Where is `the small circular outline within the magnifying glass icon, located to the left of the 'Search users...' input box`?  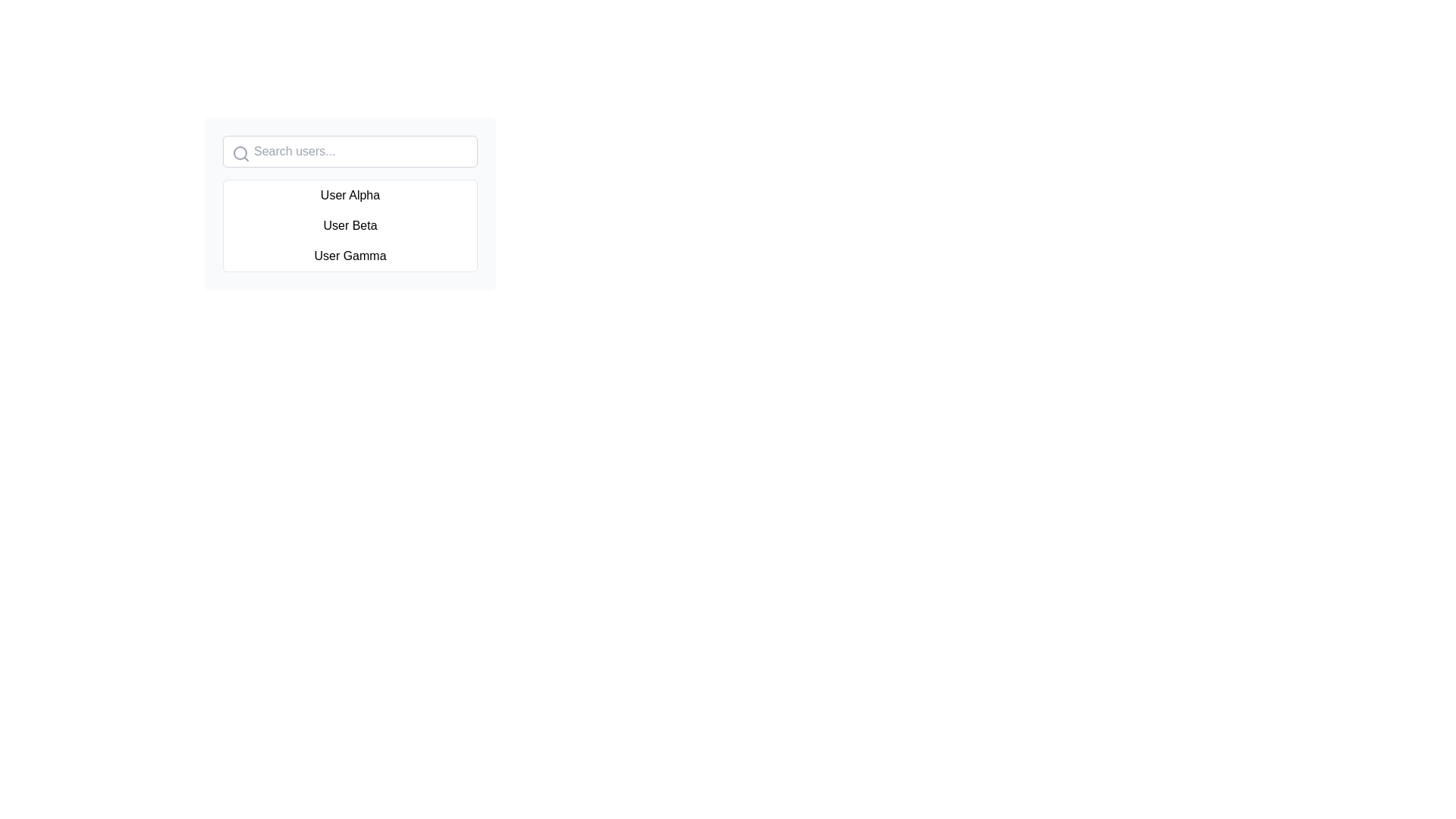 the small circular outline within the magnifying glass icon, located to the left of the 'Search users...' input box is located at coordinates (239, 152).